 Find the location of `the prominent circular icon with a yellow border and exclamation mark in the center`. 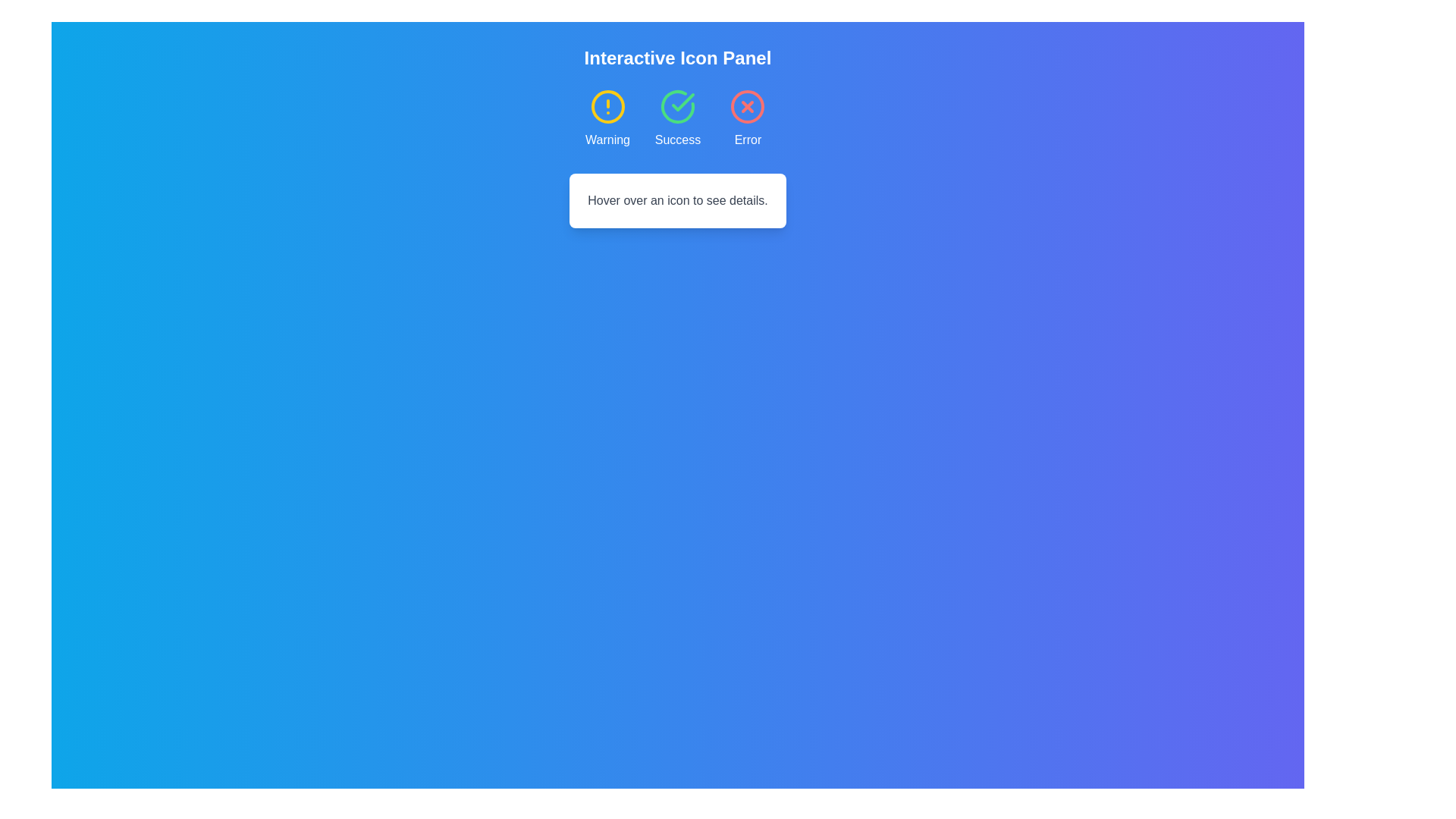

the prominent circular icon with a yellow border and exclamation mark in the center is located at coordinates (607, 106).